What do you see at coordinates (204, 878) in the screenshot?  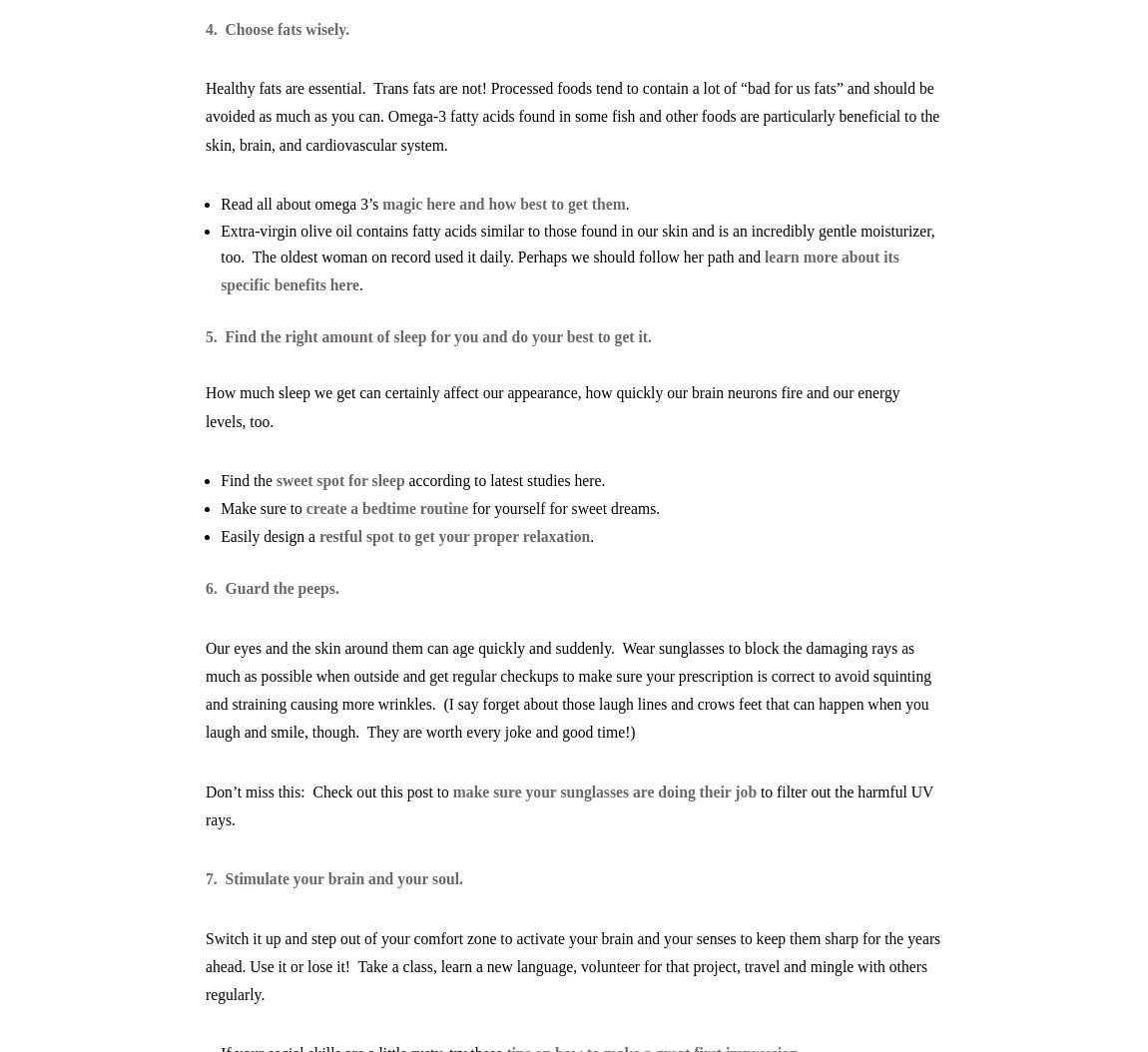 I see `'7.  Stimulate your brain and your soul.'` at bounding box center [204, 878].